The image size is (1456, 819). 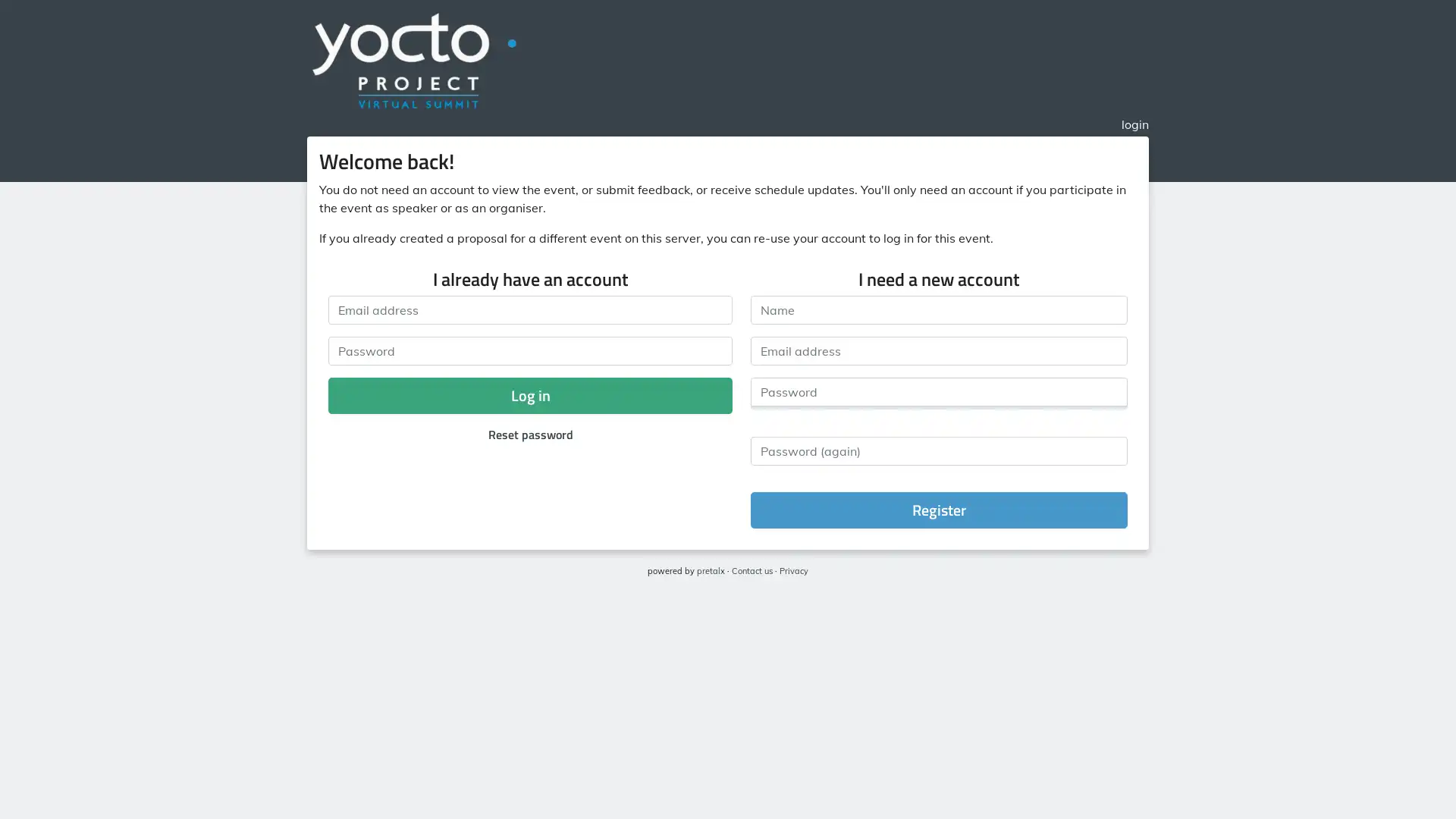 I want to click on Log in, so click(x=530, y=394).